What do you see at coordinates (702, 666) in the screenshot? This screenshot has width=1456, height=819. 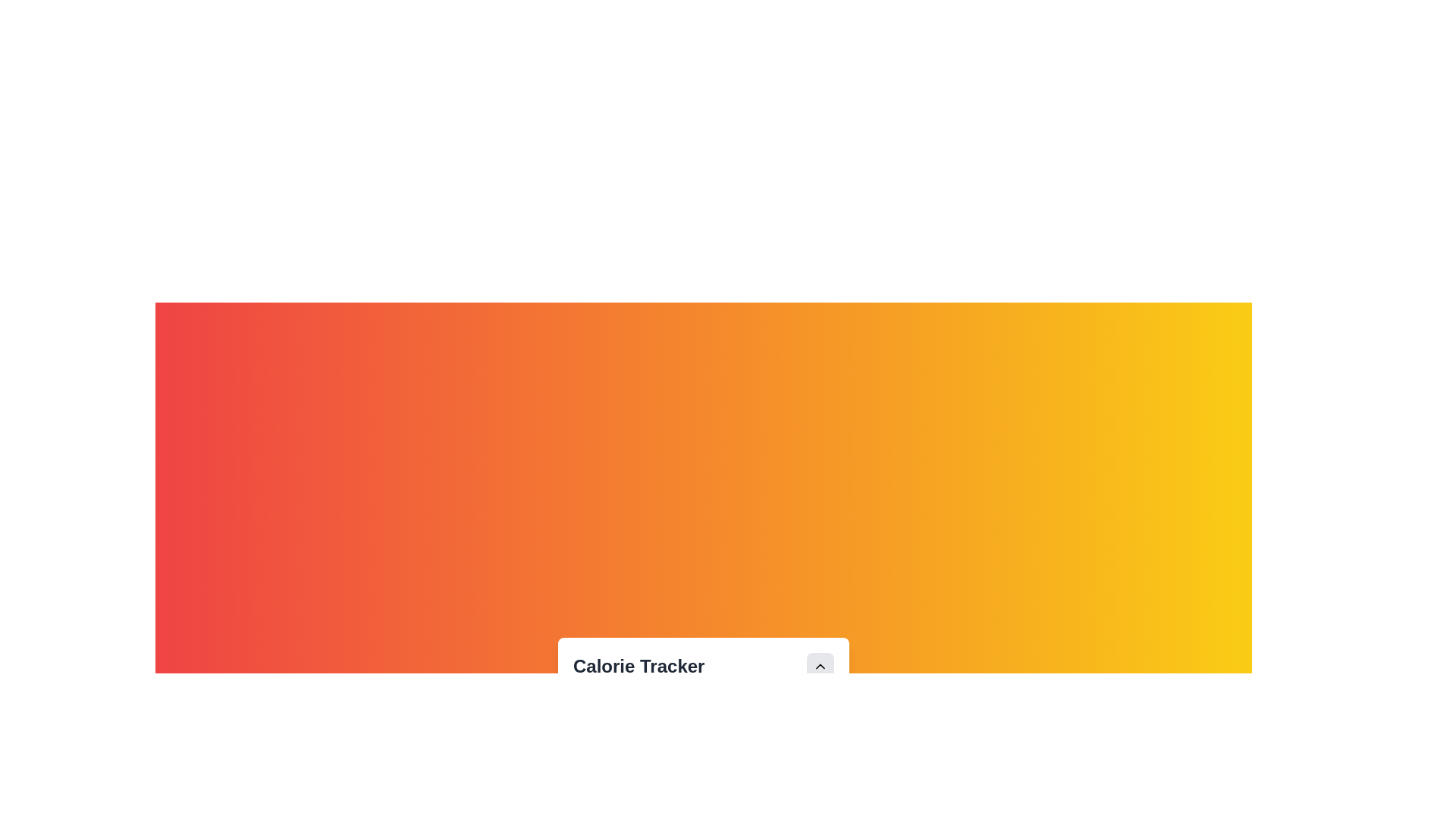 I see `'Calorie Tracker' text label located on the left side of the horizontal bar that includes a chevron button on the right` at bounding box center [702, 666].